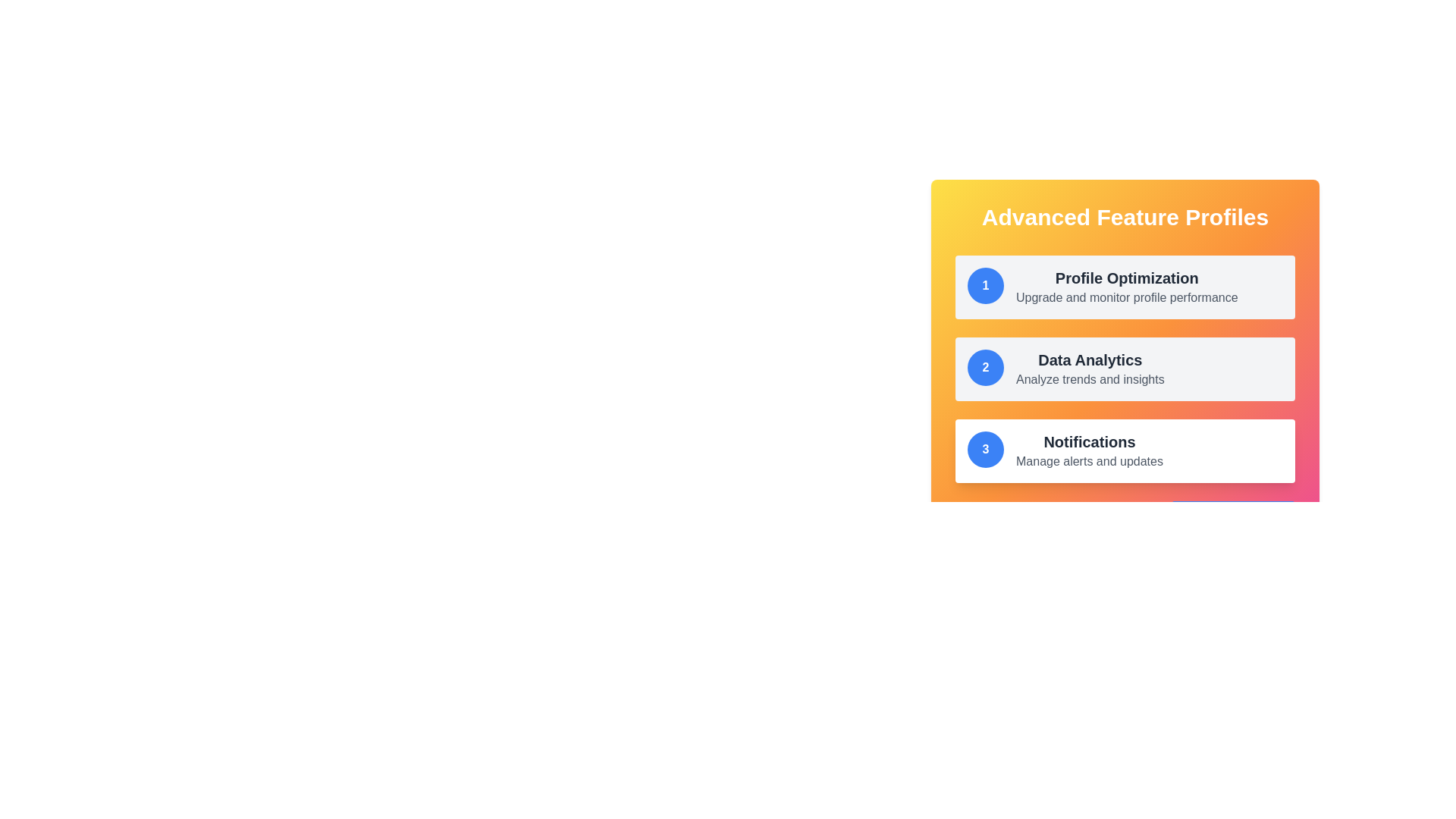 The width and height of the screenshot is (1456, 819). Describe the element at coordinates (1089, 379) in the screenshot. I see `the informational text that provides additional details about the 'Data Analytics' feature, located beneath the 'Data Analytics' heading` at that location.